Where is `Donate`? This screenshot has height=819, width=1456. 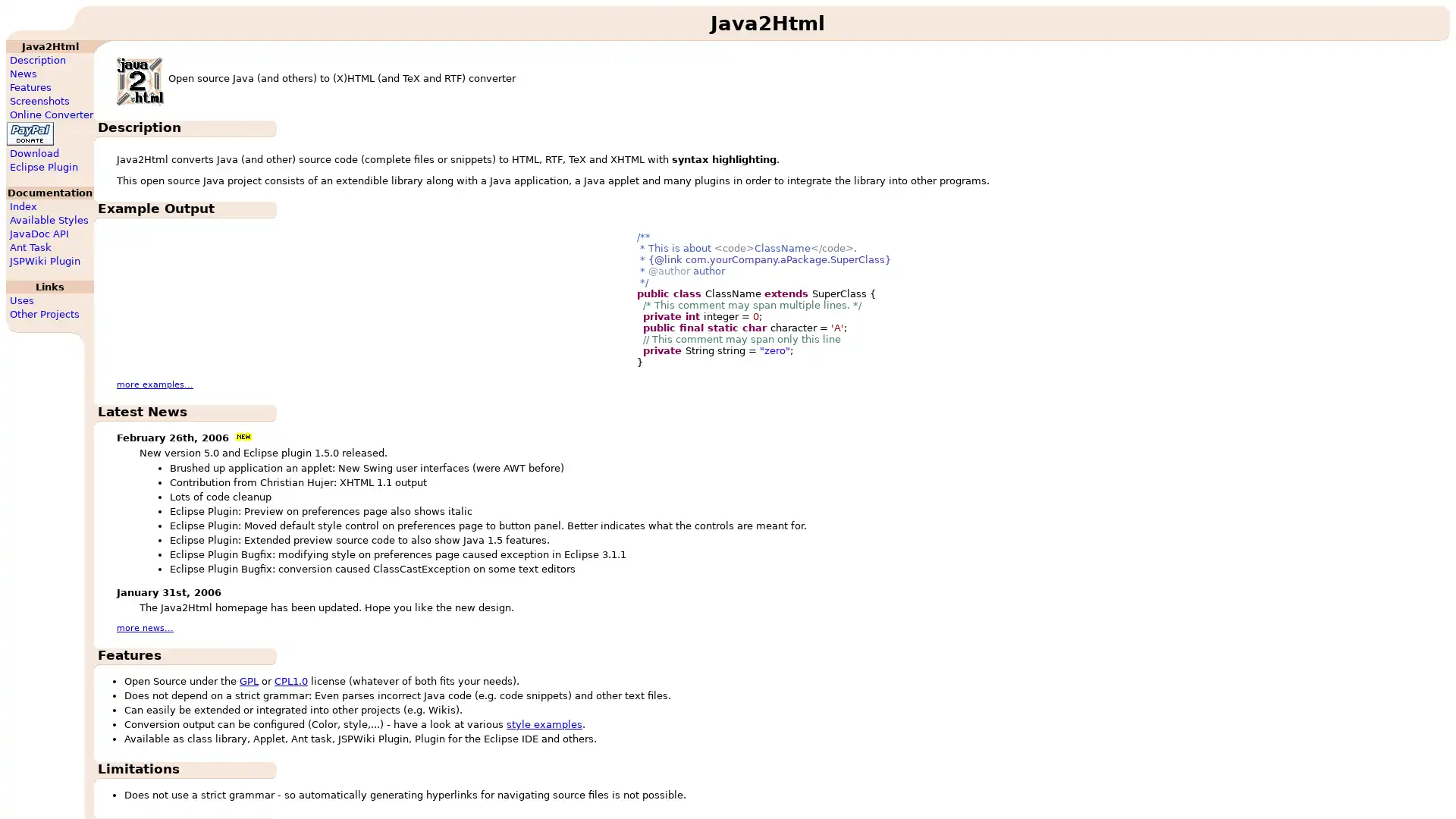 Donate is located at coordinates (30, 133).